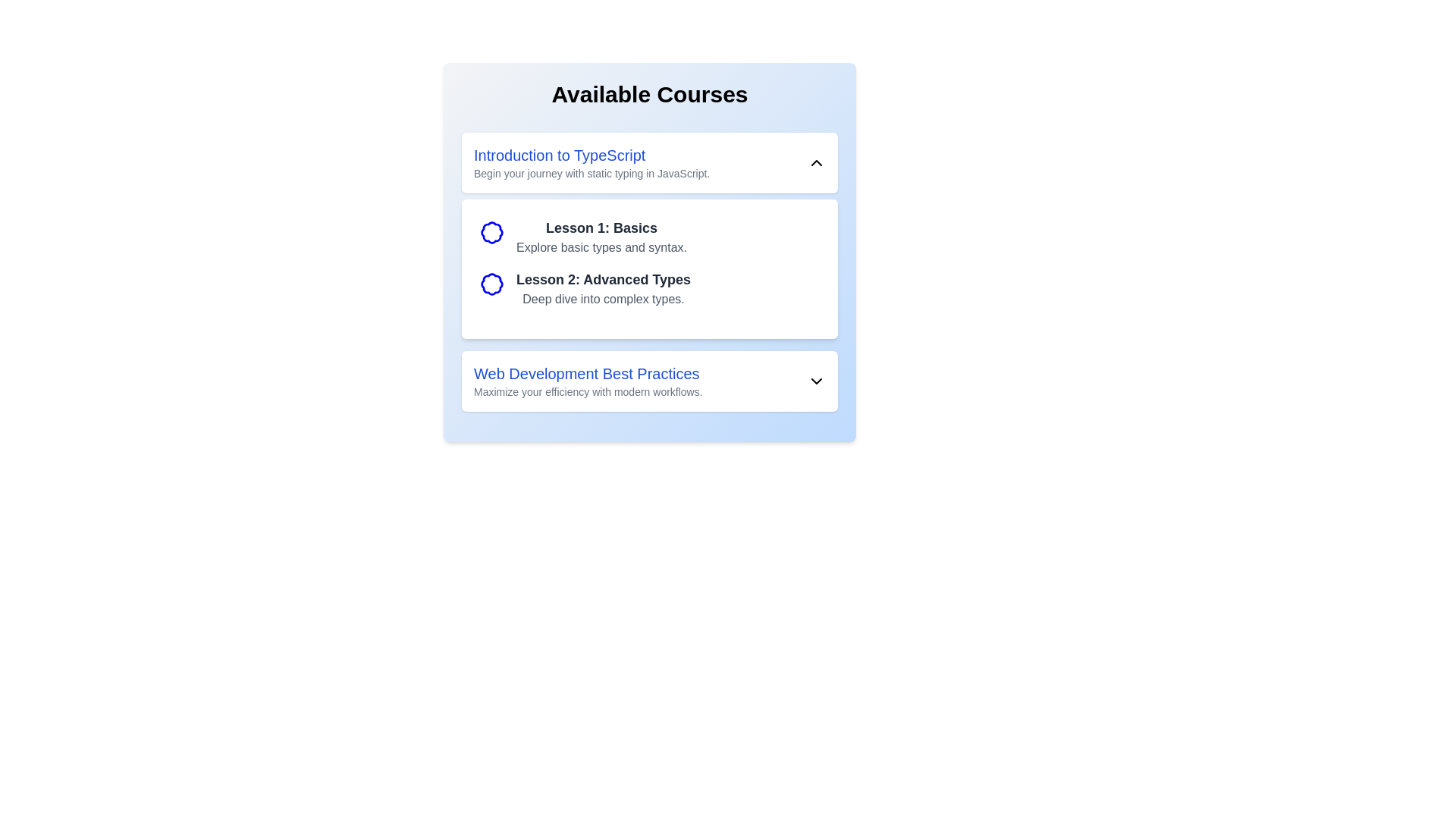 The image size is (1456, 819). What do you see at coordinates (603, 289) in the screenshot?
I see `details of the Text block displaying the title and subtitle for the course lesson, located under 'Lesson 1: Basics' and above 'Web Development Best Practices'` at bounding box center [603, 289].